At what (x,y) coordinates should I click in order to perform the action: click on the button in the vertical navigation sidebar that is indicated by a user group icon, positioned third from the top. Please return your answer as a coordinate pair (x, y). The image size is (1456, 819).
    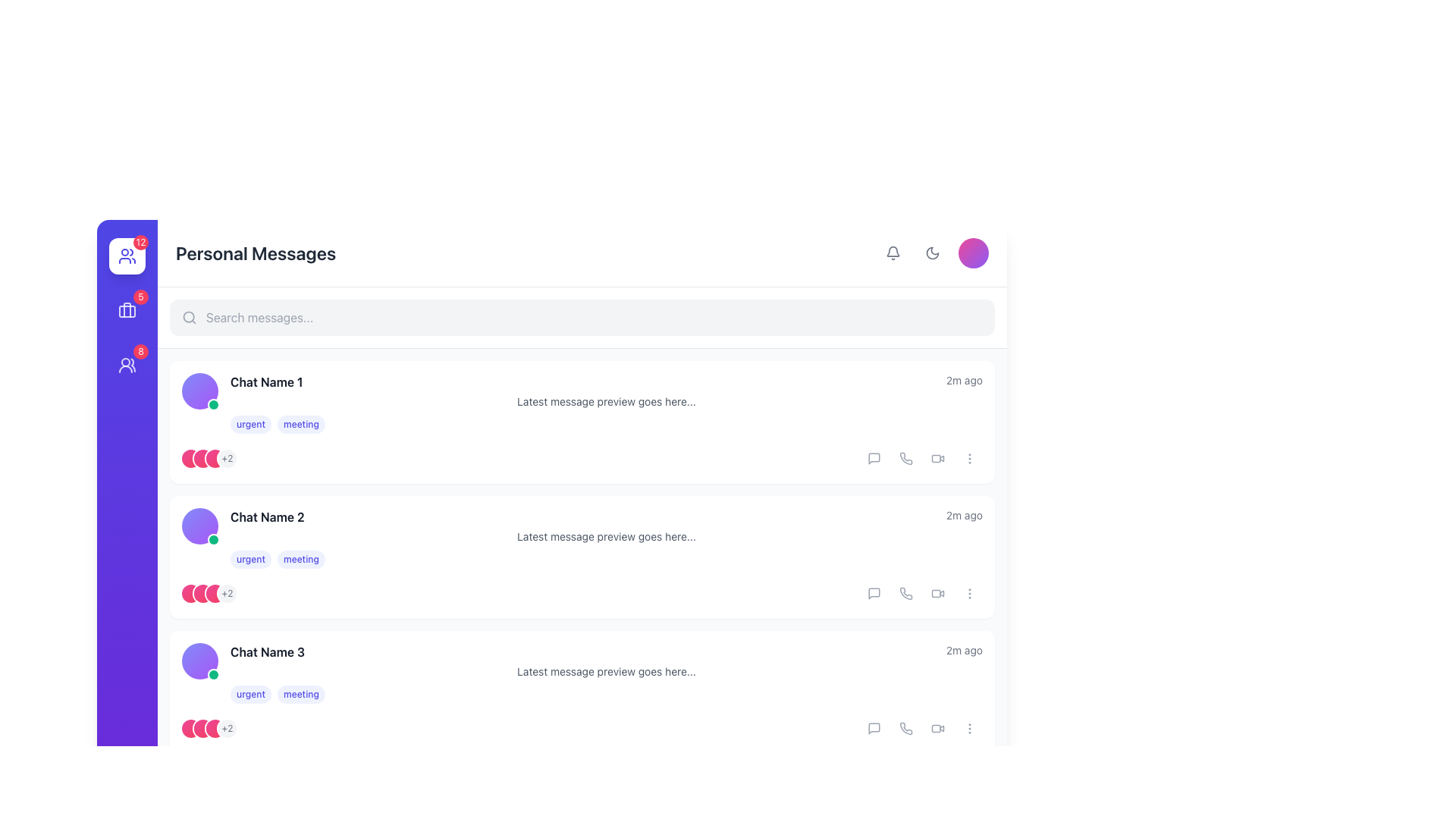
    Looking at the image, I should click on (127, 366).